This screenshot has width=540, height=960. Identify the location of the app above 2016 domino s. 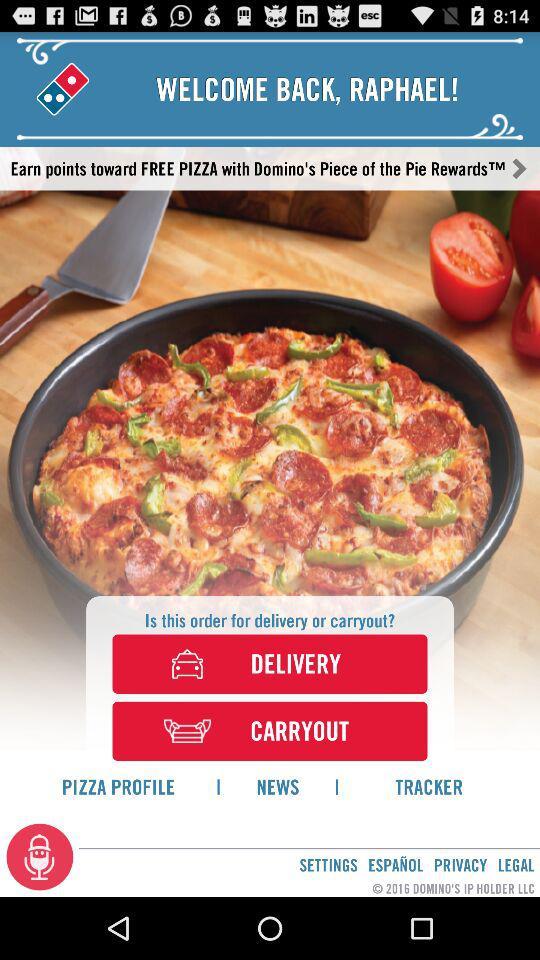
(395, 864).